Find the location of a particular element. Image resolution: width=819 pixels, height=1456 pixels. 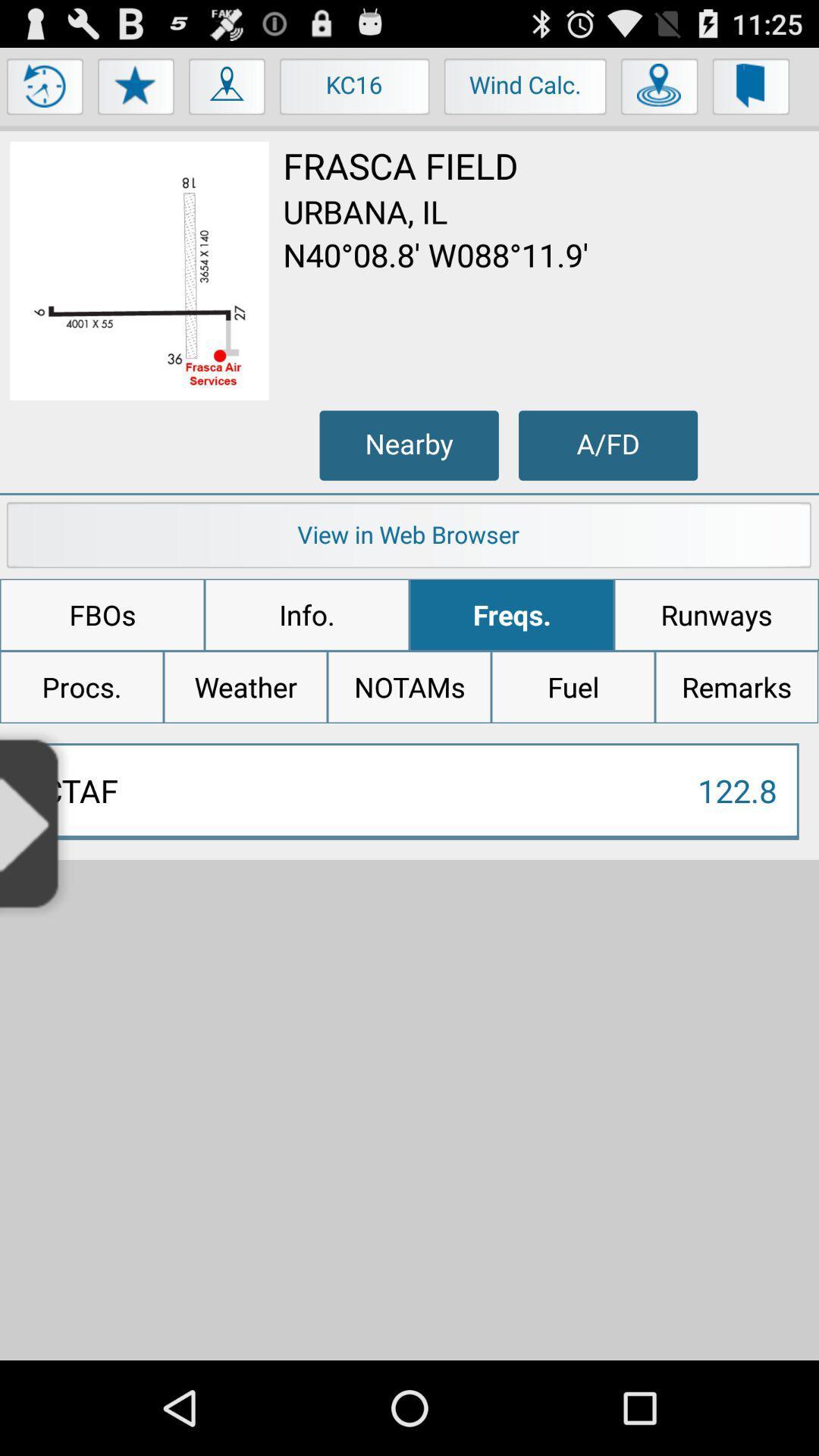

pinpoint location is located at coordinates (659, 89).